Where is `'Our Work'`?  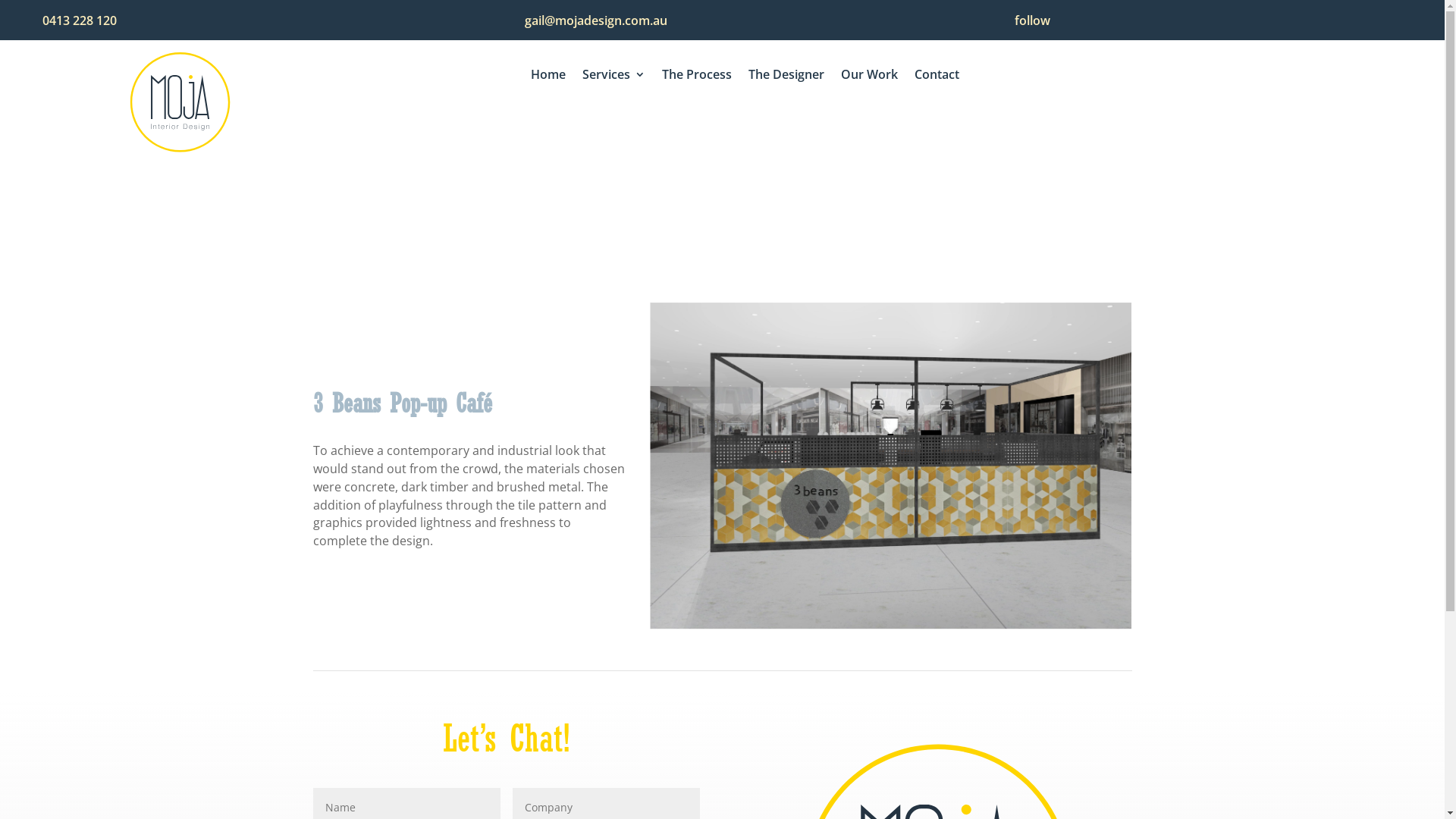
'Our Work' is located at coordinates (869, 77).